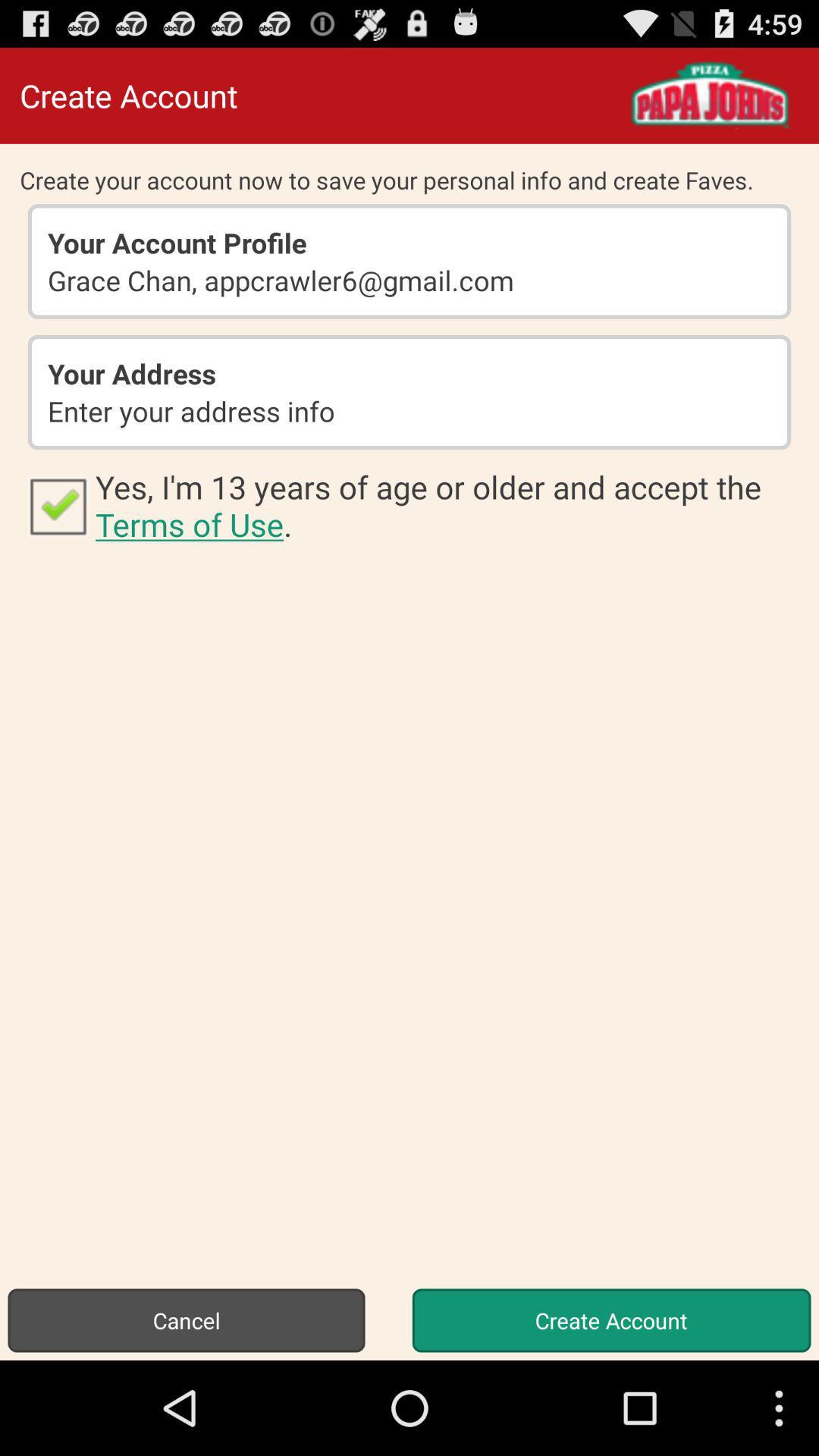 The width and height of the screenshot is (819, 1456). Describe the element at coordinates (186, 1319) in the screenshot. I see `the cancel icon` at that location.